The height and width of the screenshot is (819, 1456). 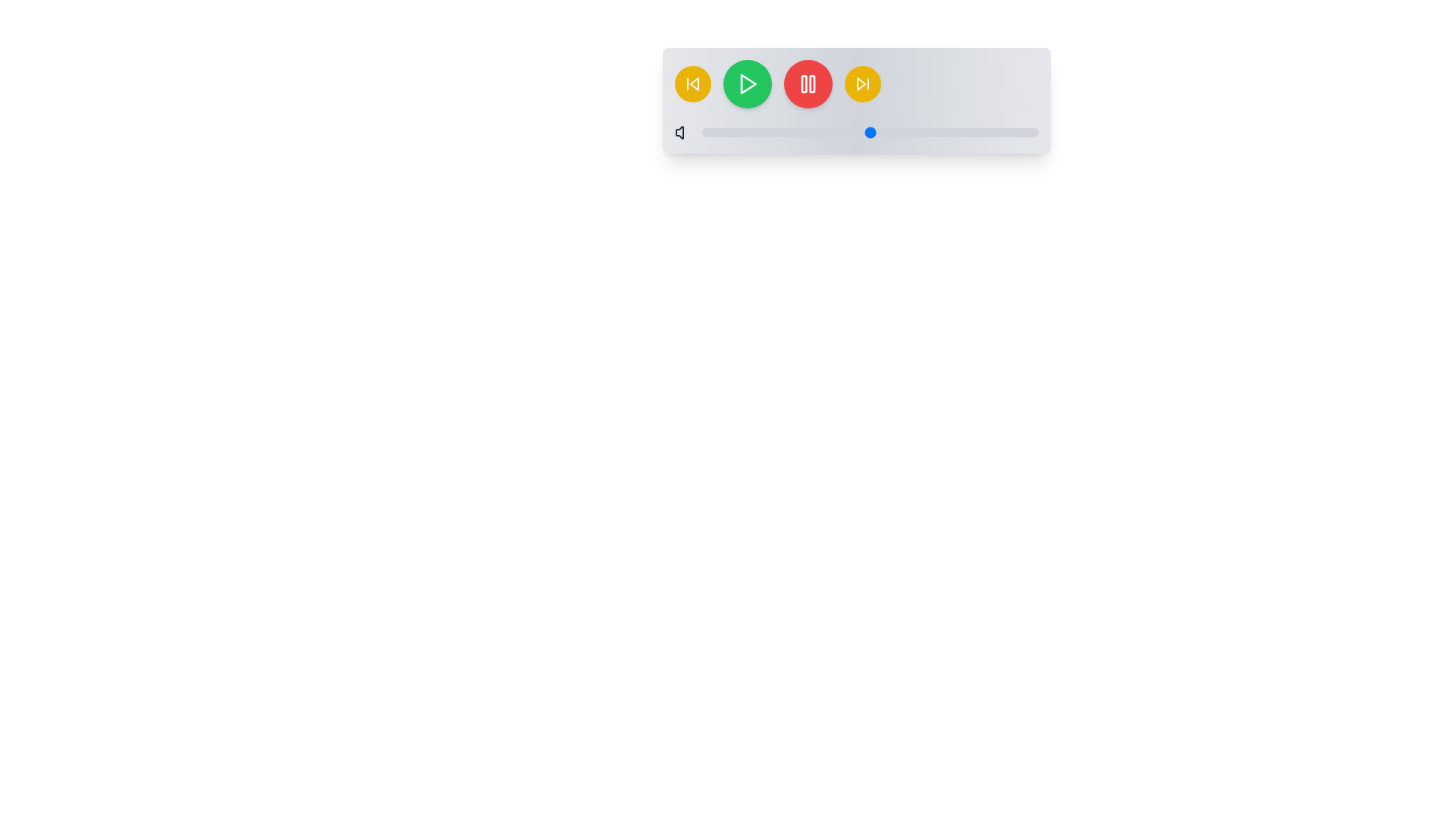 I want to click on the left-pointing arrowhead icon within the circular yellow button on the far left of the media control bar to skip back to the previous media item or segment, so click(x=693, y=84).